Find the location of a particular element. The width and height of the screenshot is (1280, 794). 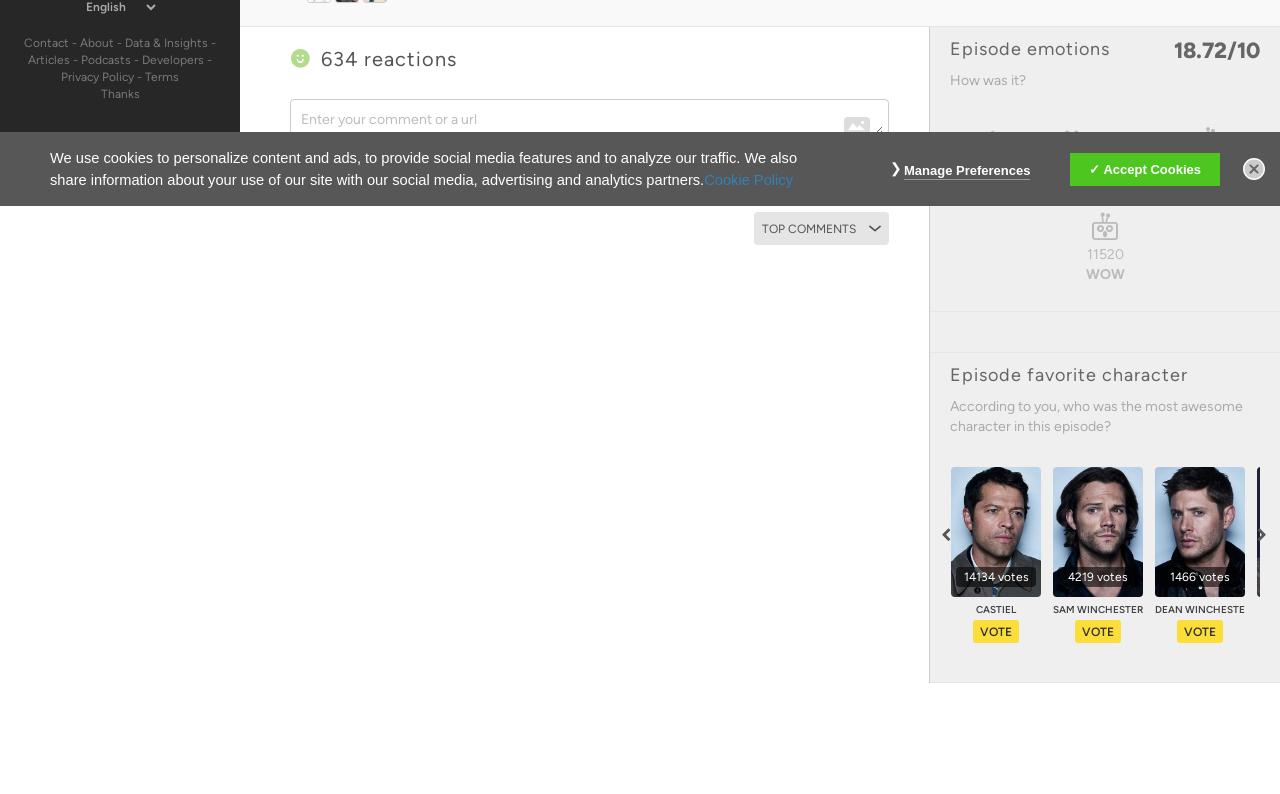

'Privacy Policy' is located at coordinates (96, 75).